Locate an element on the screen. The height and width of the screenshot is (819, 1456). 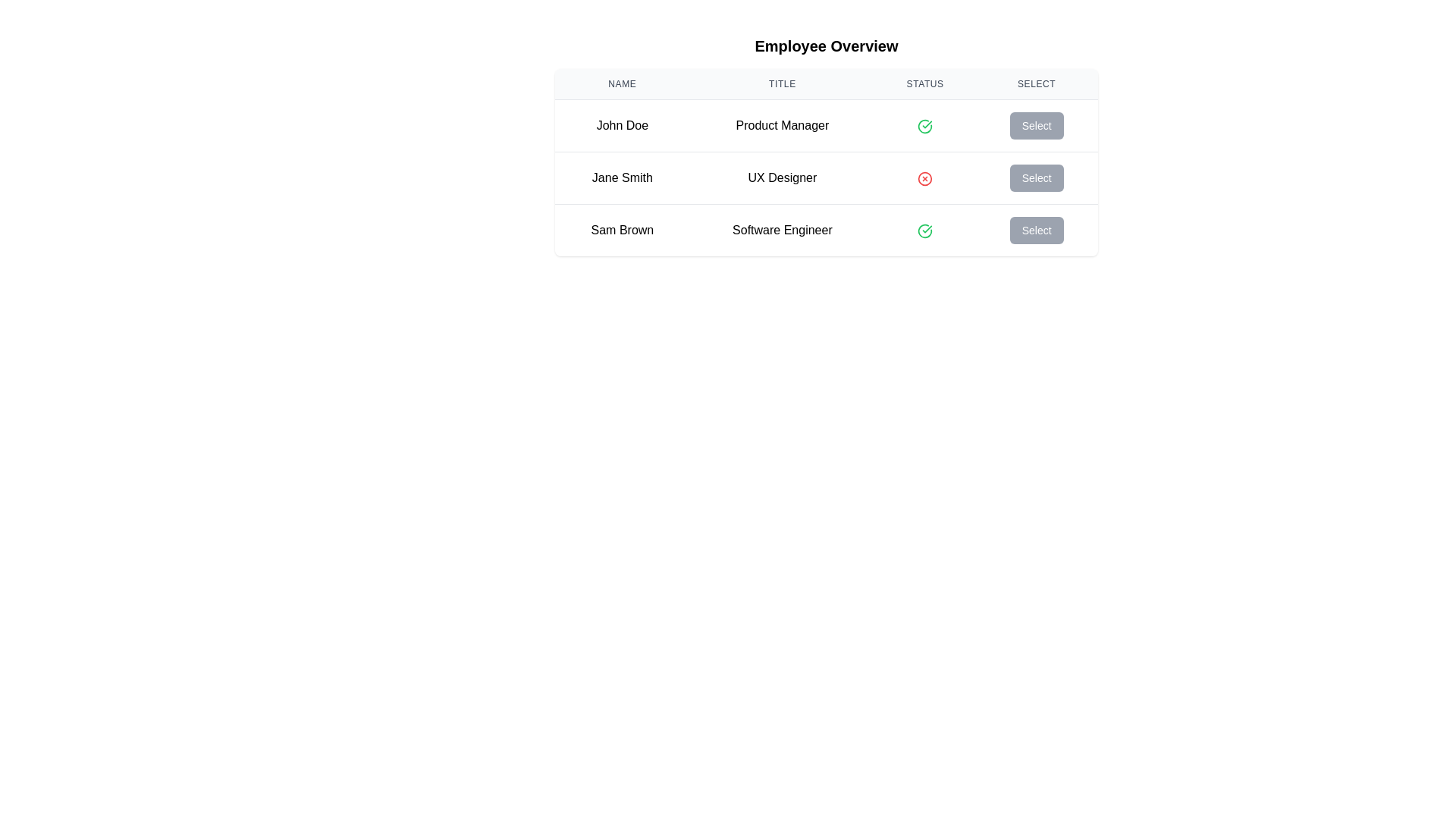
the text label displaying 'Sam Brown' in black font, located in the third entry under the 'NAME' column of the table is located at coordinates (622, 230).